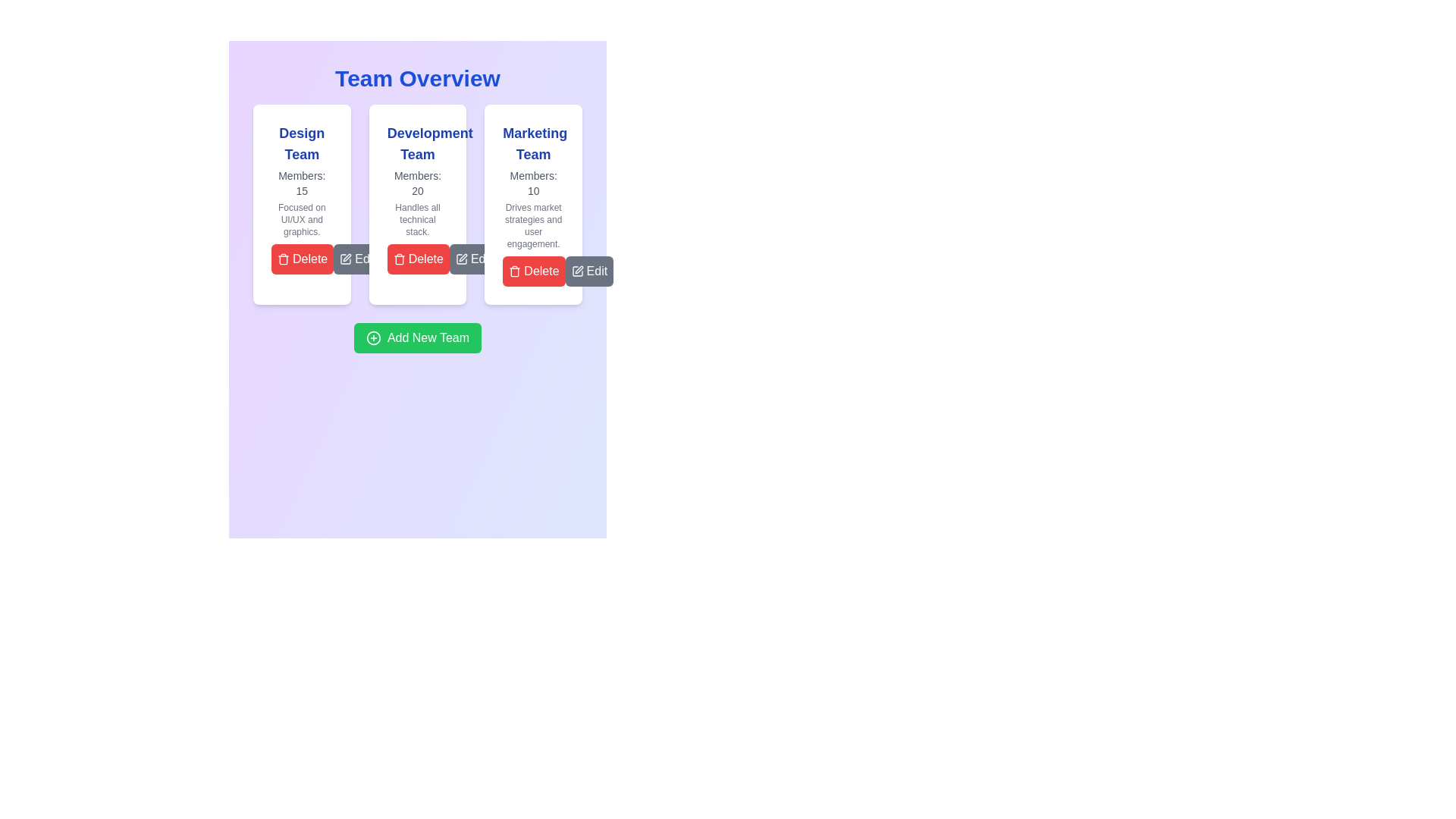  I want to click on the red 'Delete' button with a white trash icon located at the bottom-right section of the 'Marketing Team' card, so click(533, 271).